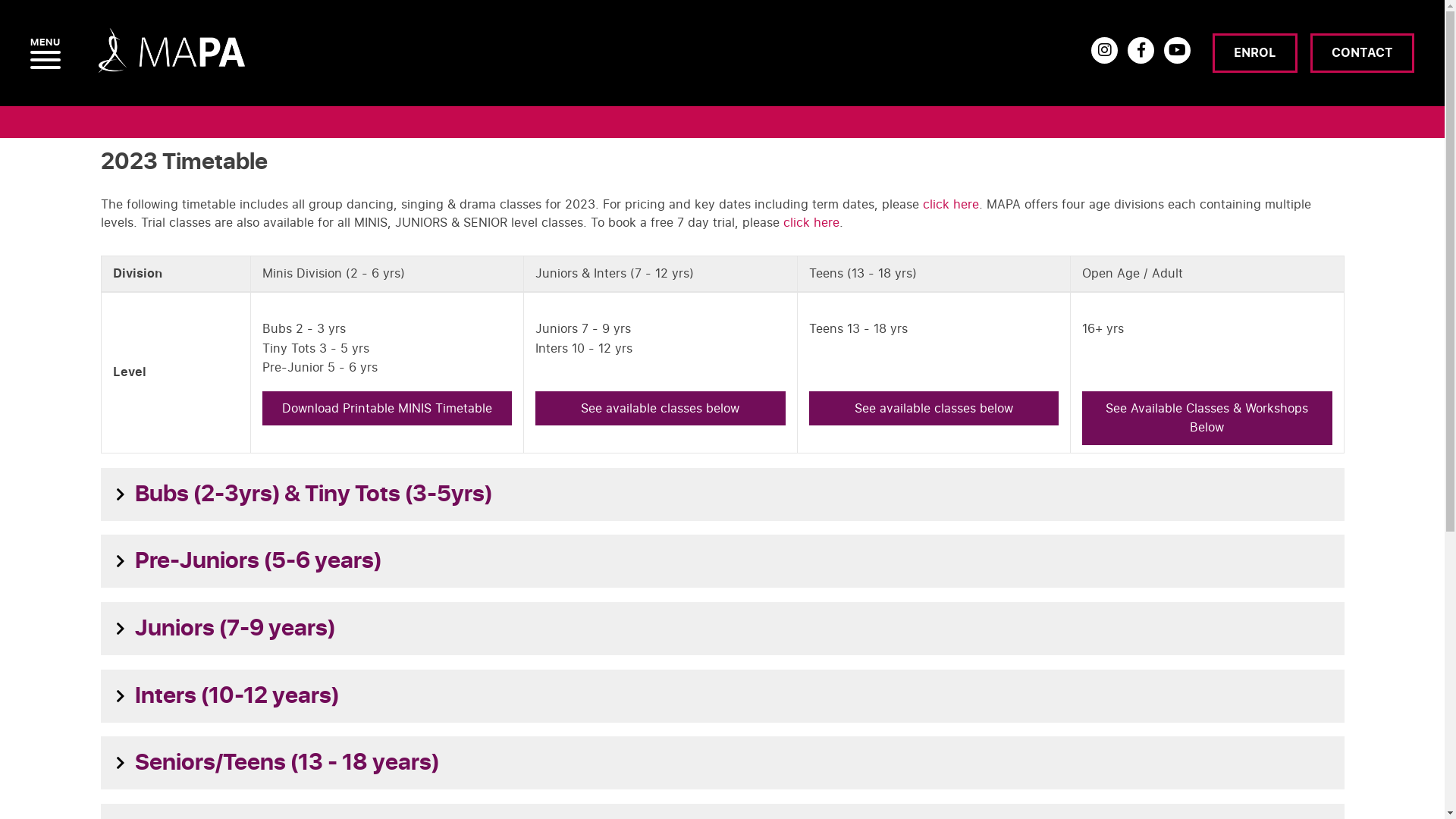 This screenshot has height=819, width=1456. What do you see at coordinates (387, 408) in the screenshot?
I see `'Download Printable MINIS Timetable'` at bounding box center [387, 408].